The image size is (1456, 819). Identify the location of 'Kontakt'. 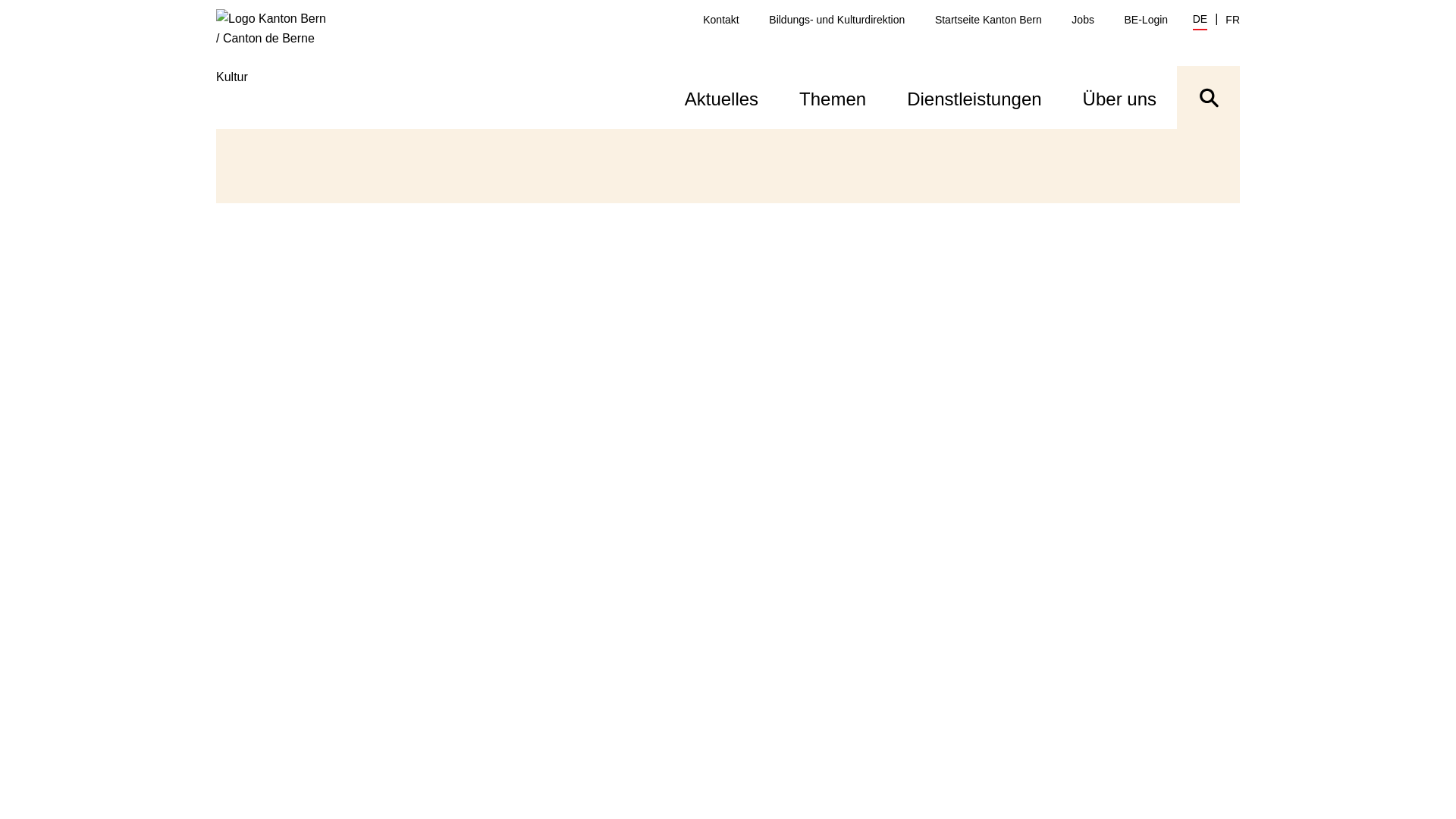
(720, 20).